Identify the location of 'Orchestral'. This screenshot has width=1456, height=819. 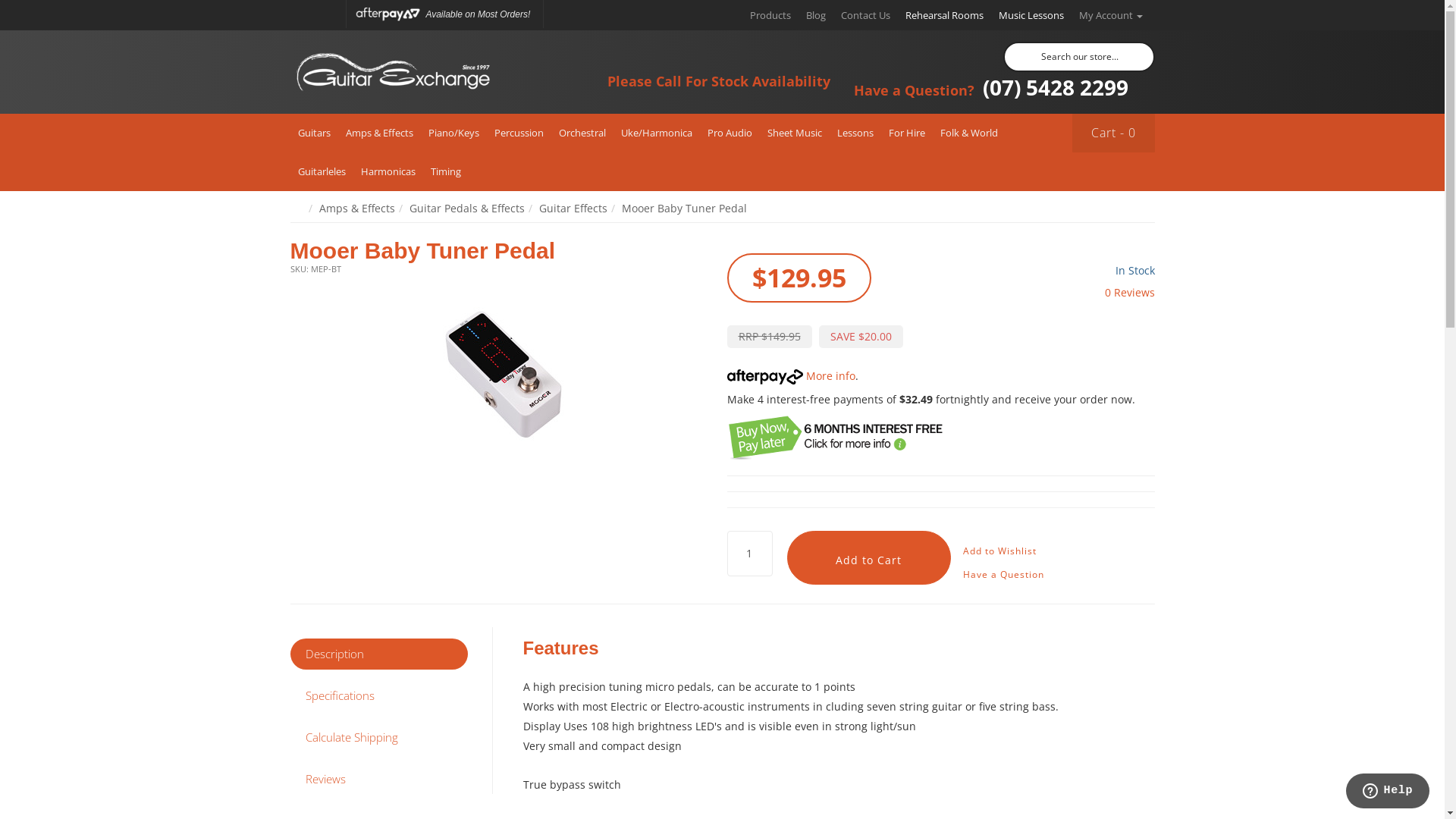
(549, 132).